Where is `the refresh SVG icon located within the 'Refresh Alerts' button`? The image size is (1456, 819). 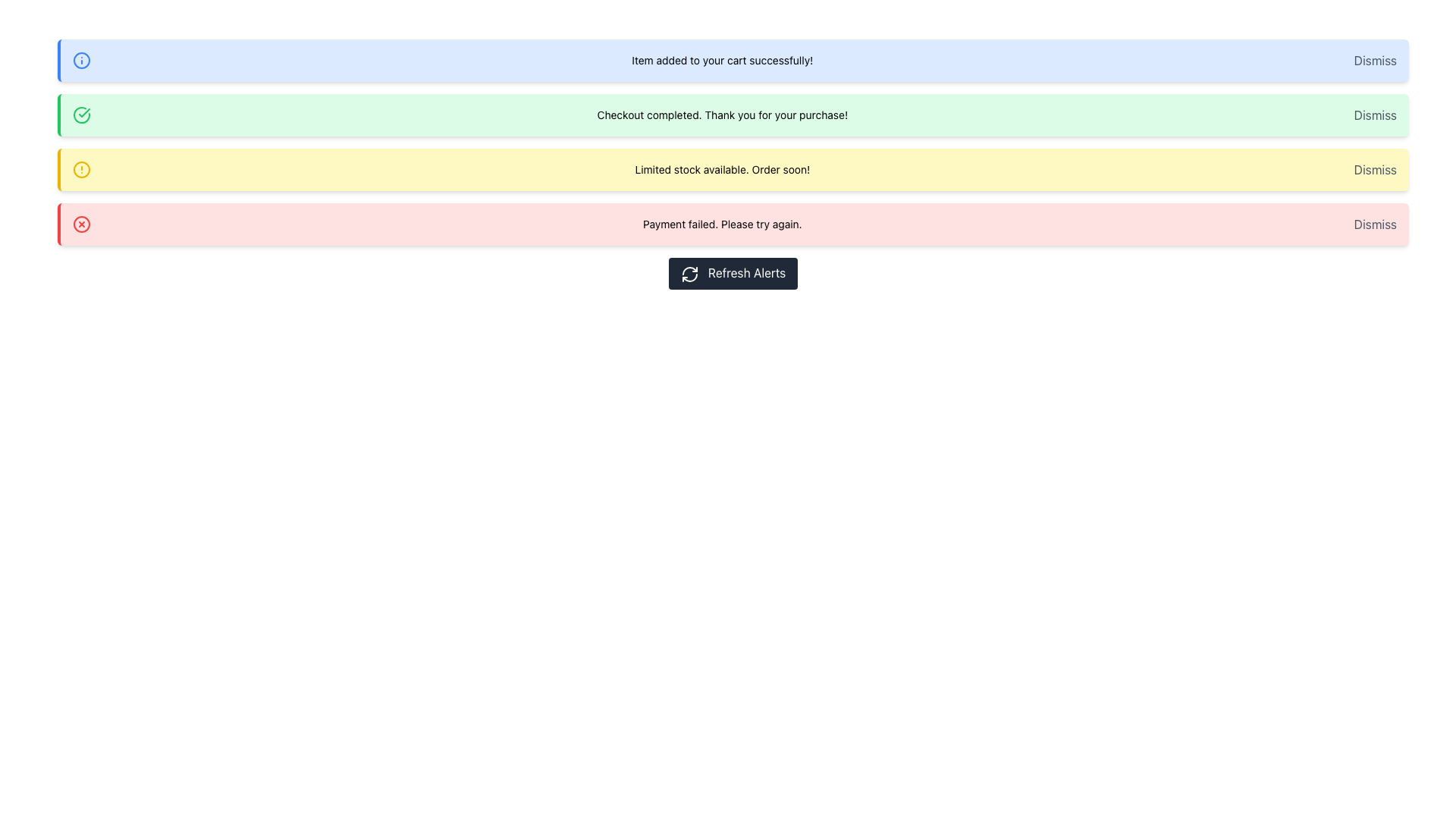
the refresh SVG icon located within the 'Refresh Alerts' button is located at coordinates (689, 274).